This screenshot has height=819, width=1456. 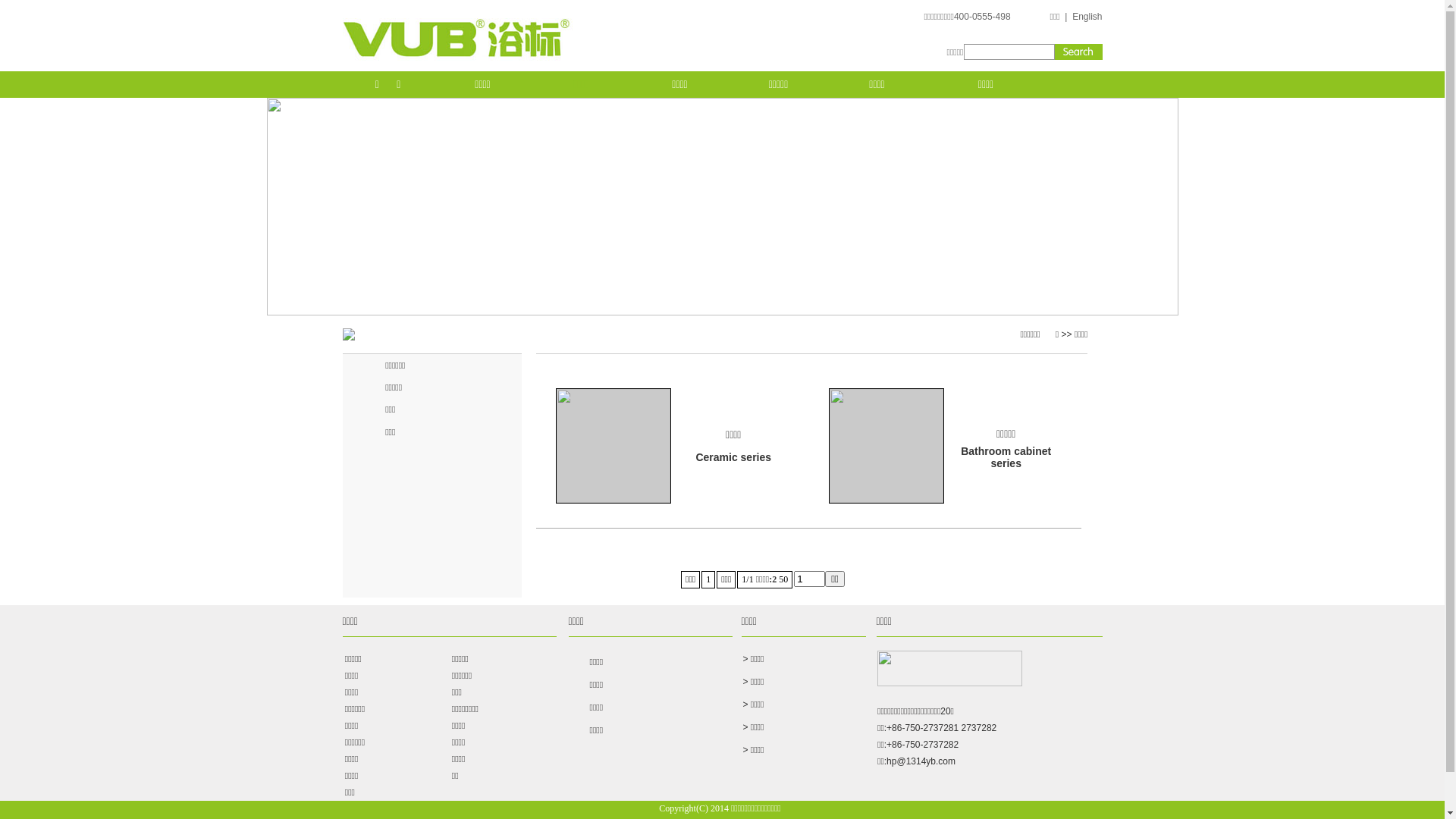 I want to click on 'Bathroom cabinet series', so click(x=1006, y=455).